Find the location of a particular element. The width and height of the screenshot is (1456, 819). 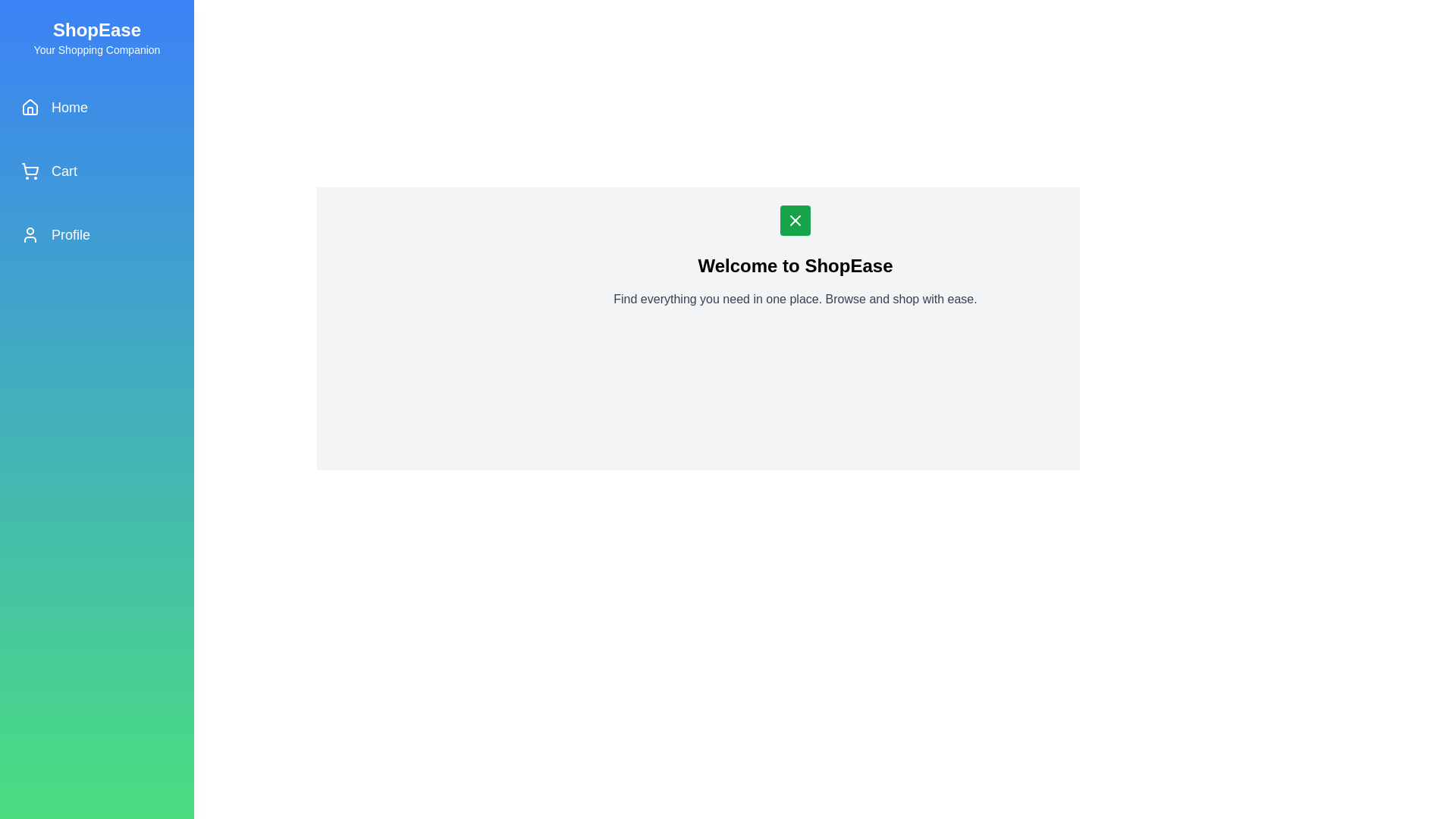

the shopping cart icon located in the left vertical navigation menu, adjacent to the 'Cart' label is located at coordinates (30, 171).